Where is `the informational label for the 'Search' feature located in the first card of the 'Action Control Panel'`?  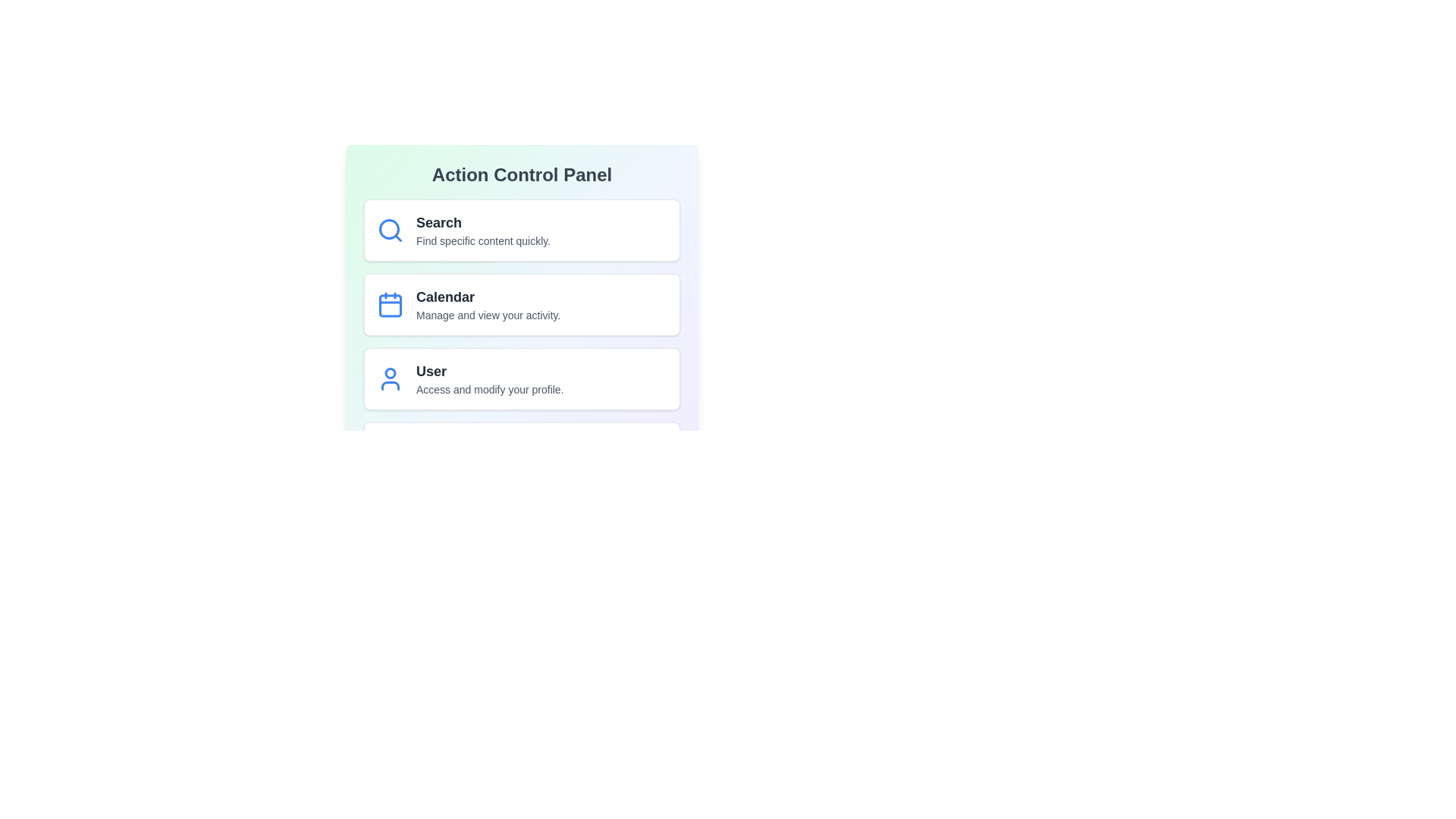
the informational label for the 'Search' feature located in the first card of the 'Action Control Panel' is located at coordinates (482, 231).